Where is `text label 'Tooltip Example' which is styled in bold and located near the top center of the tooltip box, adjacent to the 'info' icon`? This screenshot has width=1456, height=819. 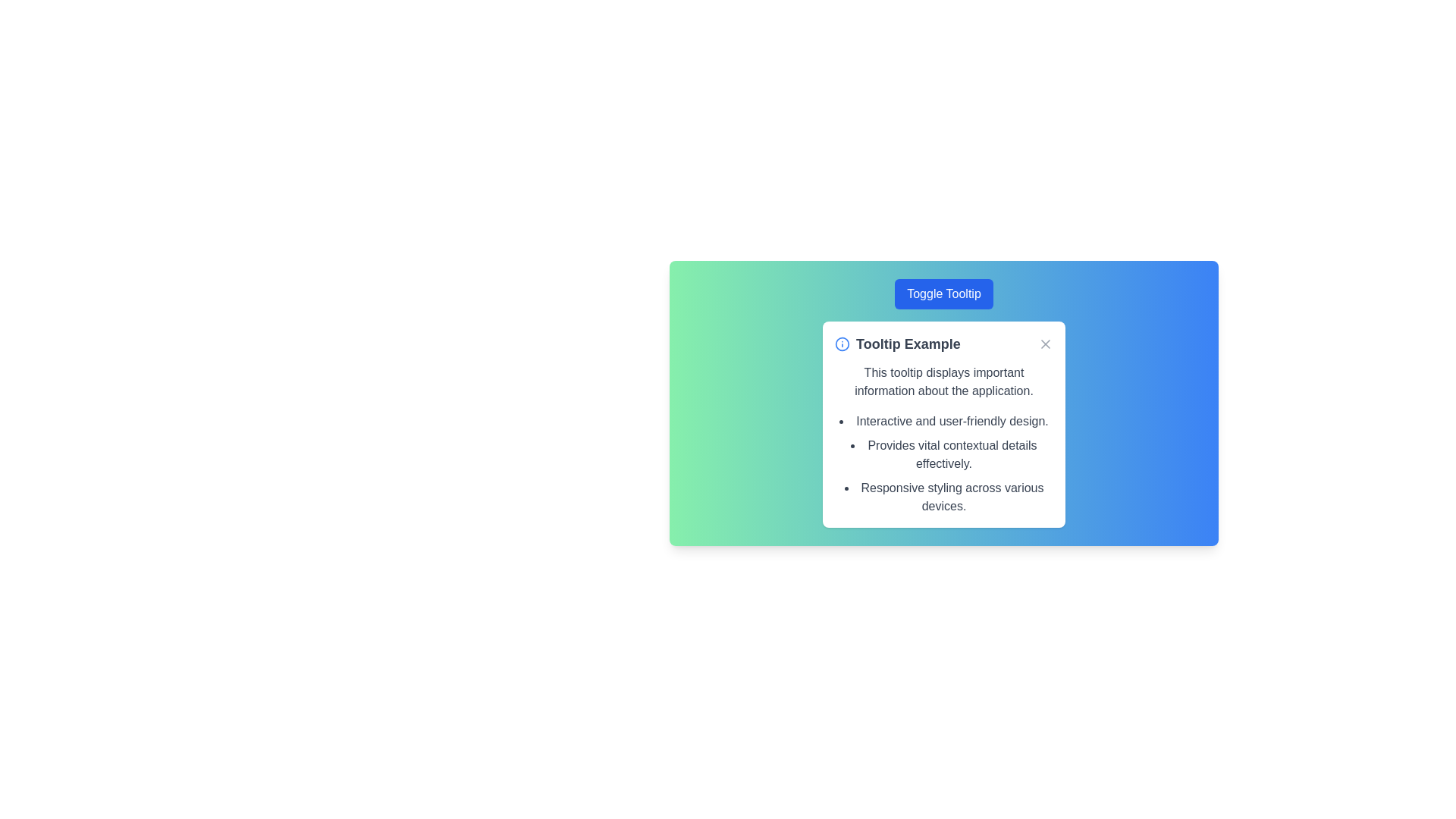 text label 'Tooltip Example' which is styled in bold and located near the top center of the tooltip box, adjacent to the 'info' icon is located at coordinates (897, 344).